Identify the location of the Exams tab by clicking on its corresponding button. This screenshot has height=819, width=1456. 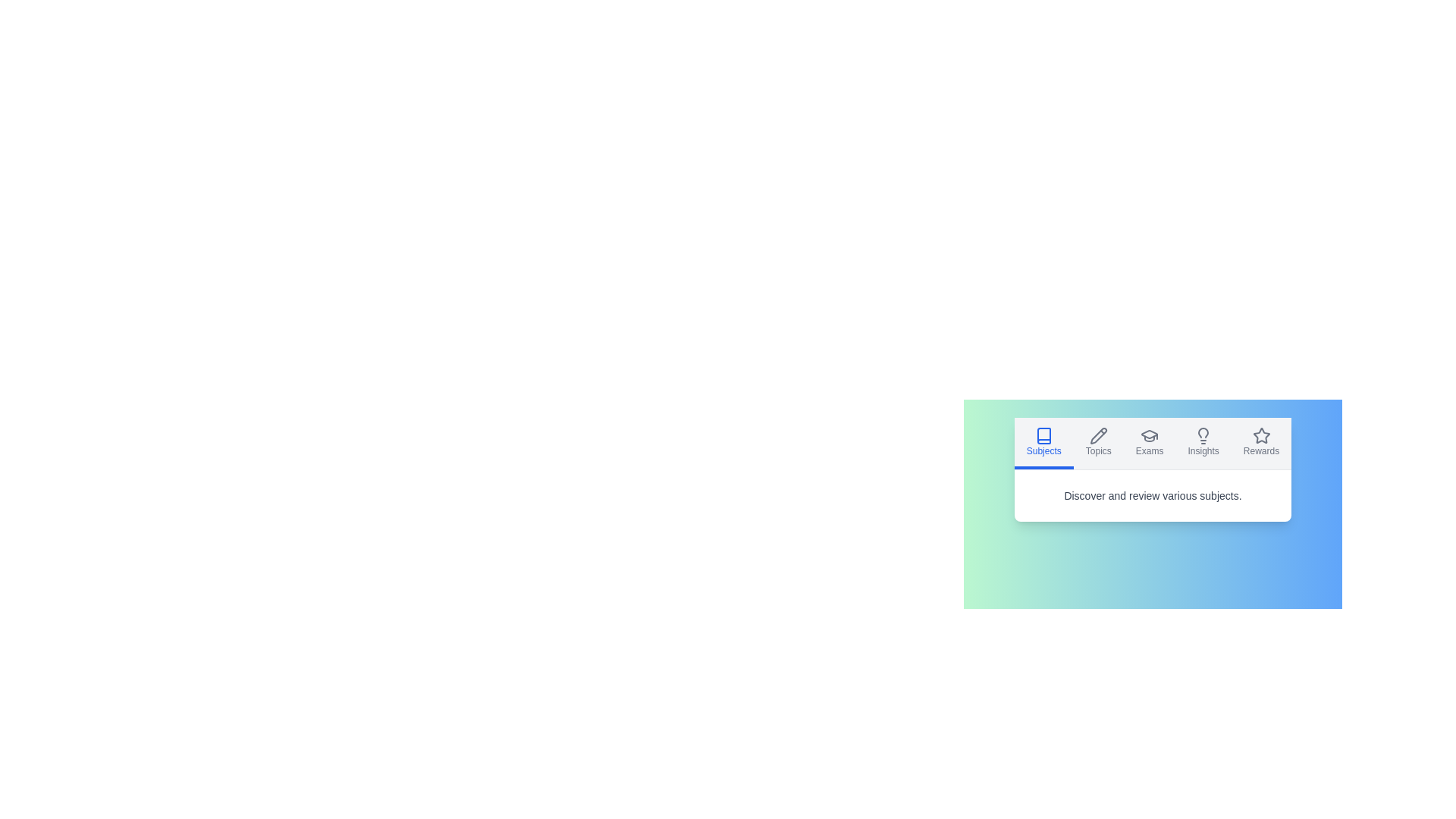
(1150, 444).